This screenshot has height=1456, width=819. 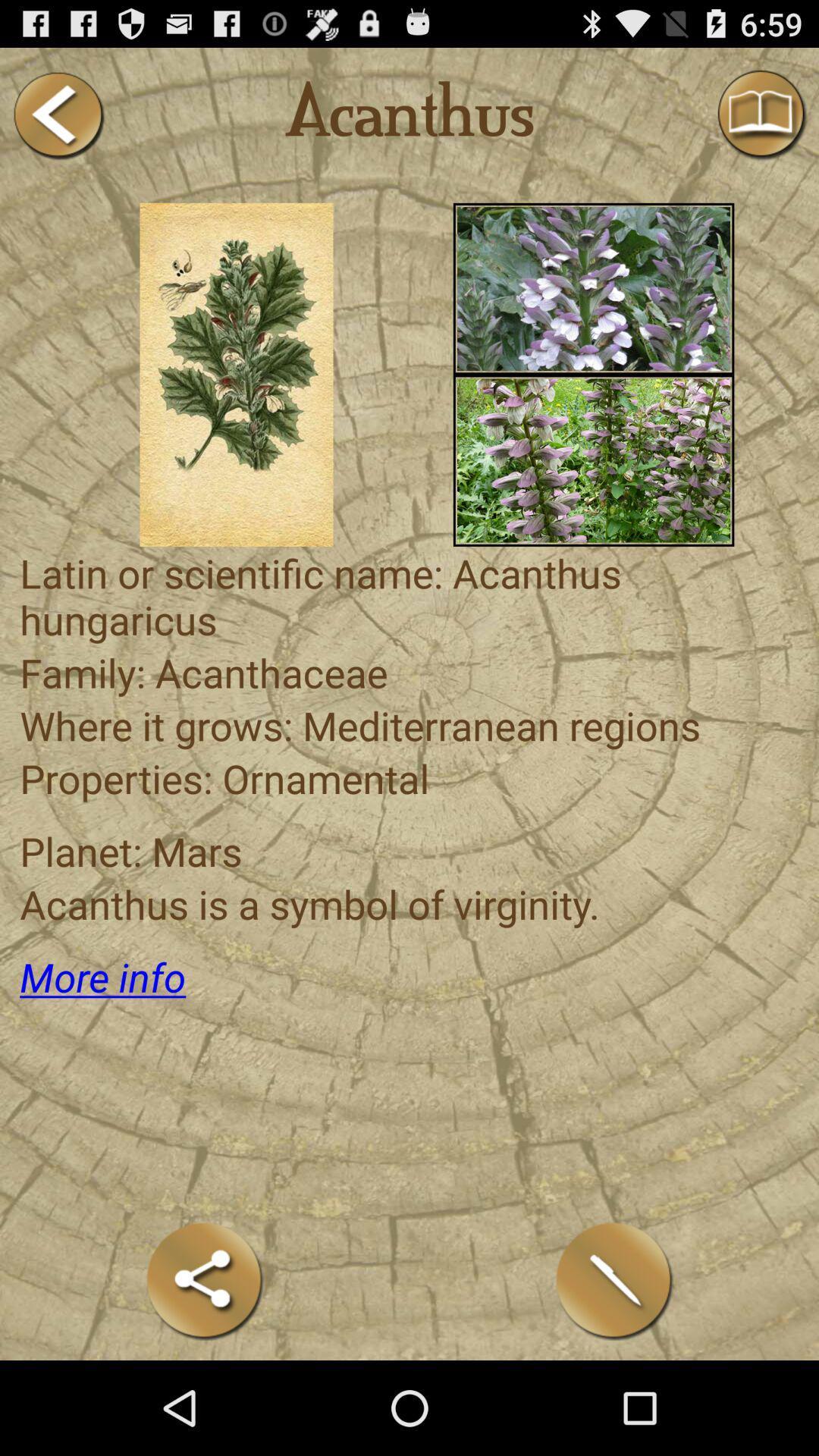 I want to click on more than 70 plants cataloged in alphabetical order you can see for your rituals, so click(x=593, y=460).